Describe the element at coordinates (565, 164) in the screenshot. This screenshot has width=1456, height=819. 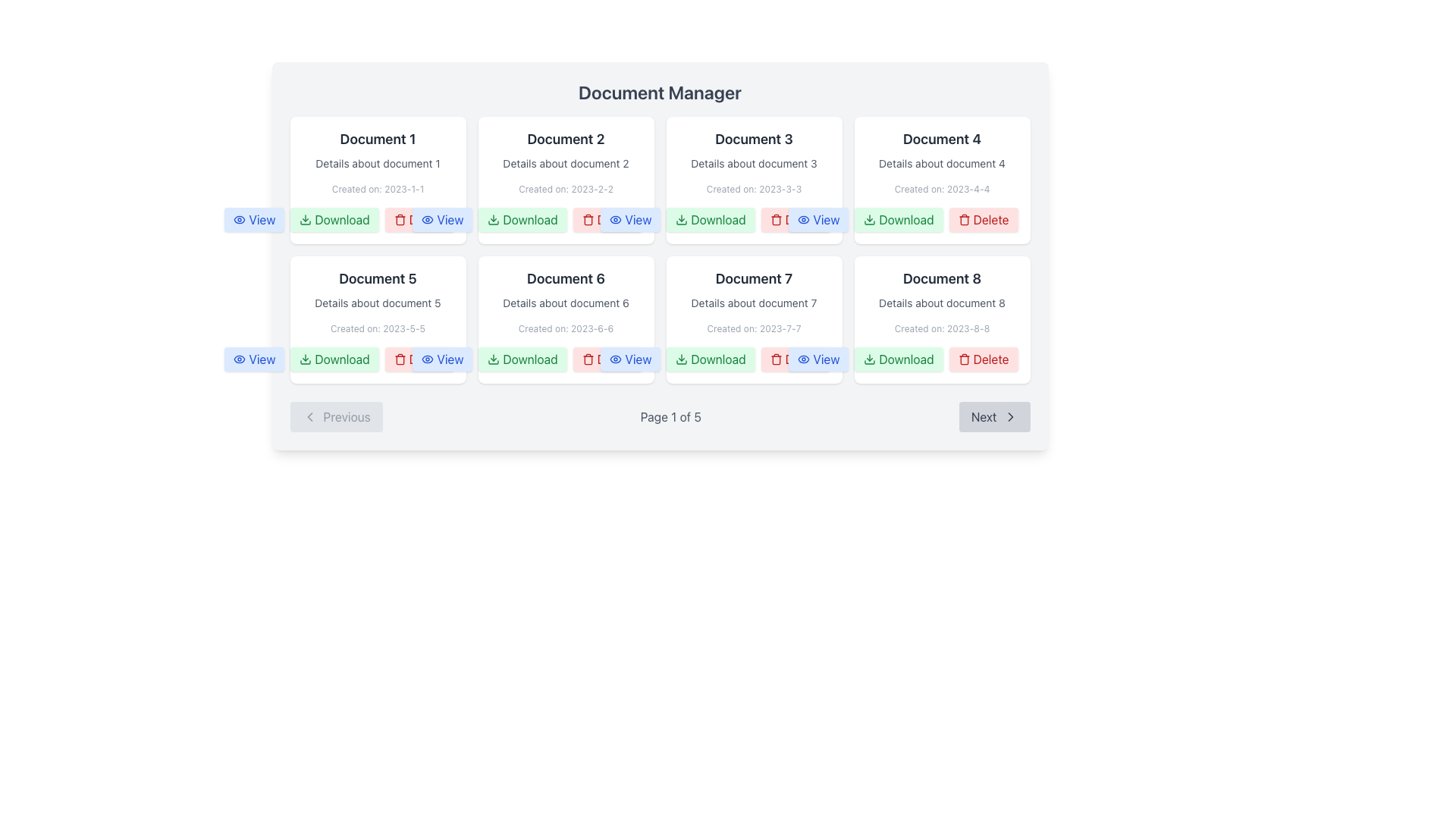
I see `the text label that reads 'Details about document 2', which is styled with a small font size and light gray color, positioned between the title 'Document 2' and the creation date 'Created on: 2023-2-2'` at that location.